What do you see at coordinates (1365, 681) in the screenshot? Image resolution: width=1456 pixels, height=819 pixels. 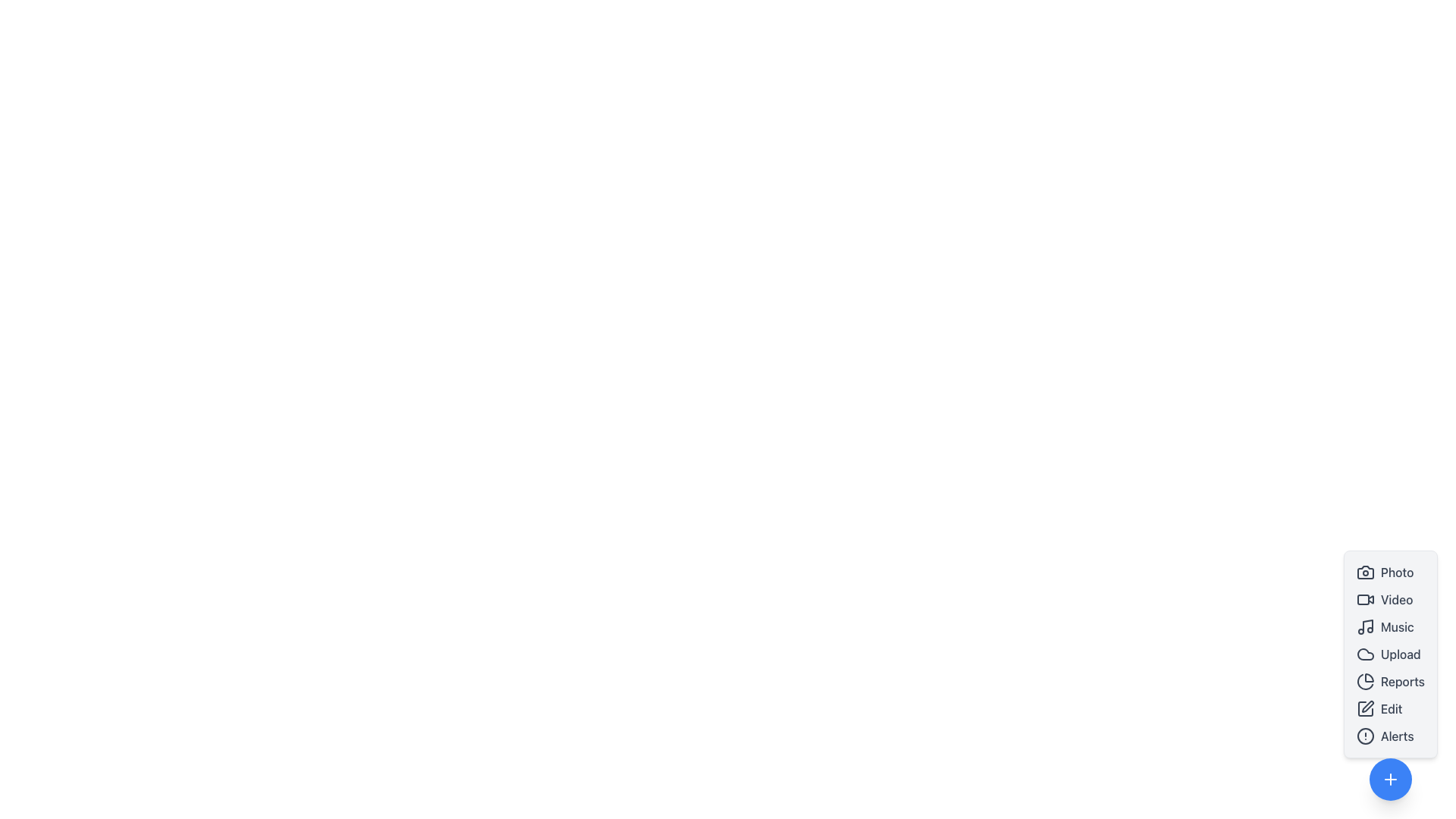 I see `the circular graphical component that represents a pie chart in the vertical menu located at the bottom-right corner of the interface` at bounding box center [1365, 681].